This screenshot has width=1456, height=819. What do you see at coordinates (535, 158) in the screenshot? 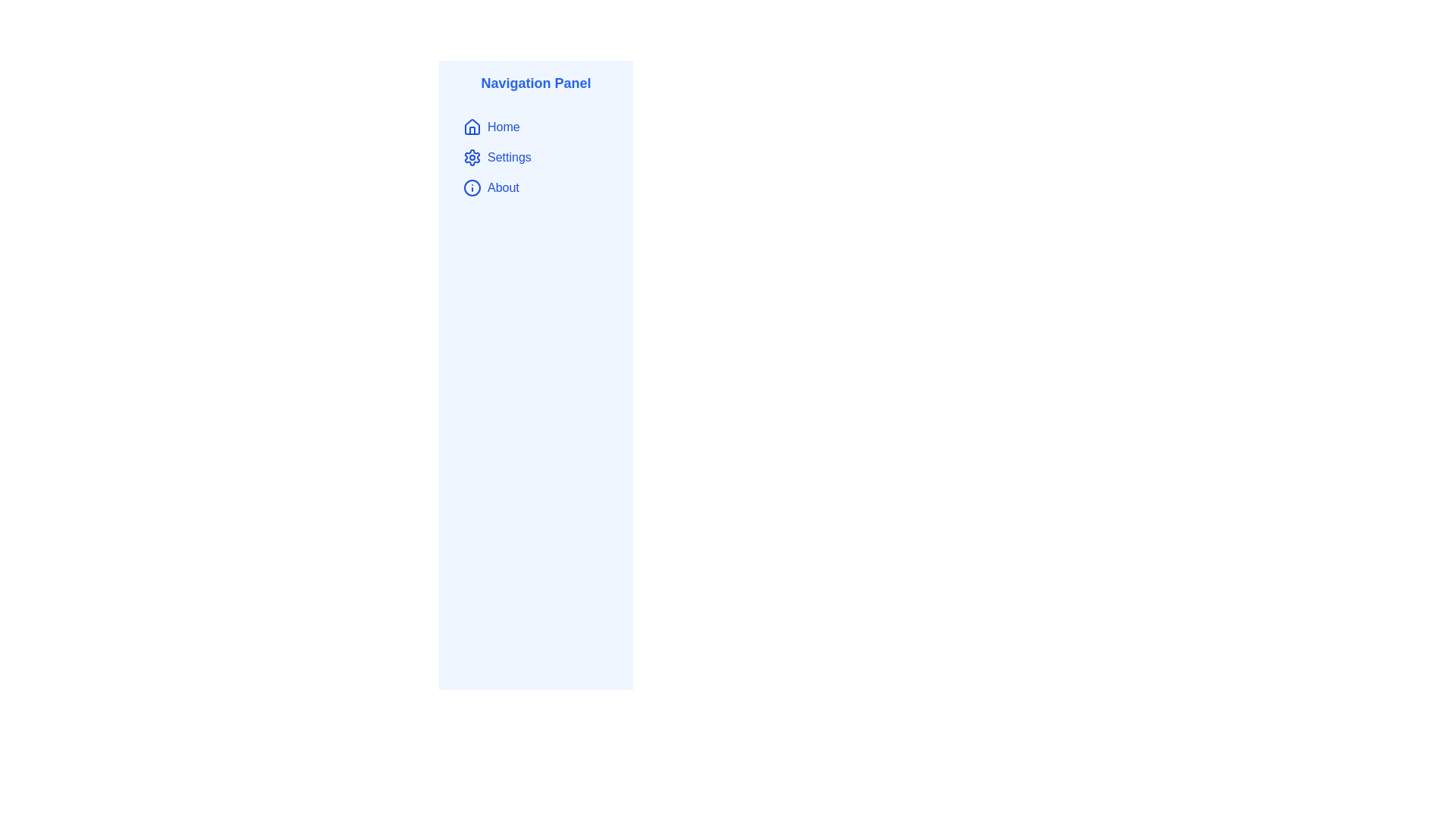
I see `the 'Settings' item in the vertical navigation menu` at bounding box center [535, 158].